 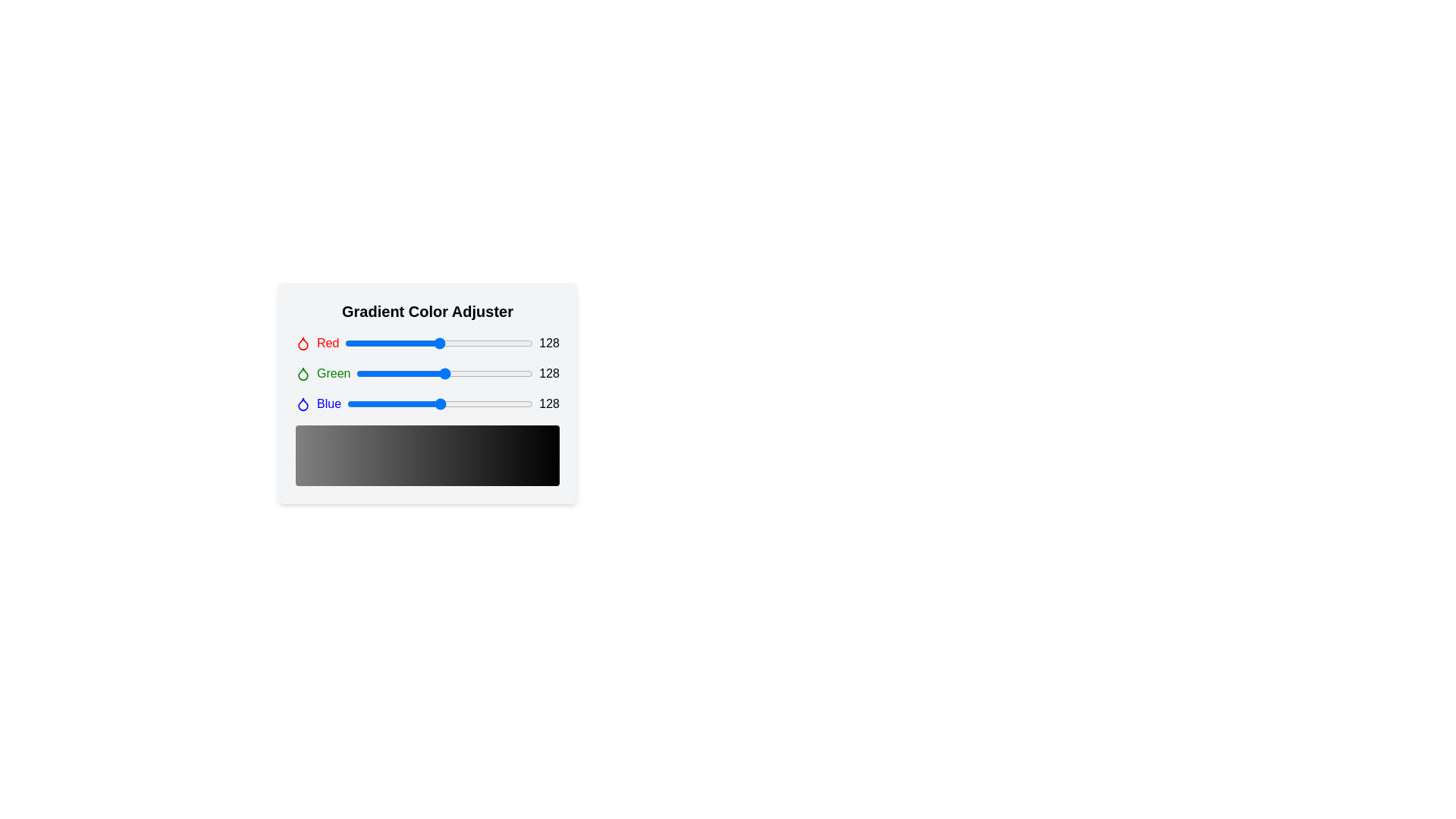 I want to click on the blue color slider to 50, so click(x=384, y=403).